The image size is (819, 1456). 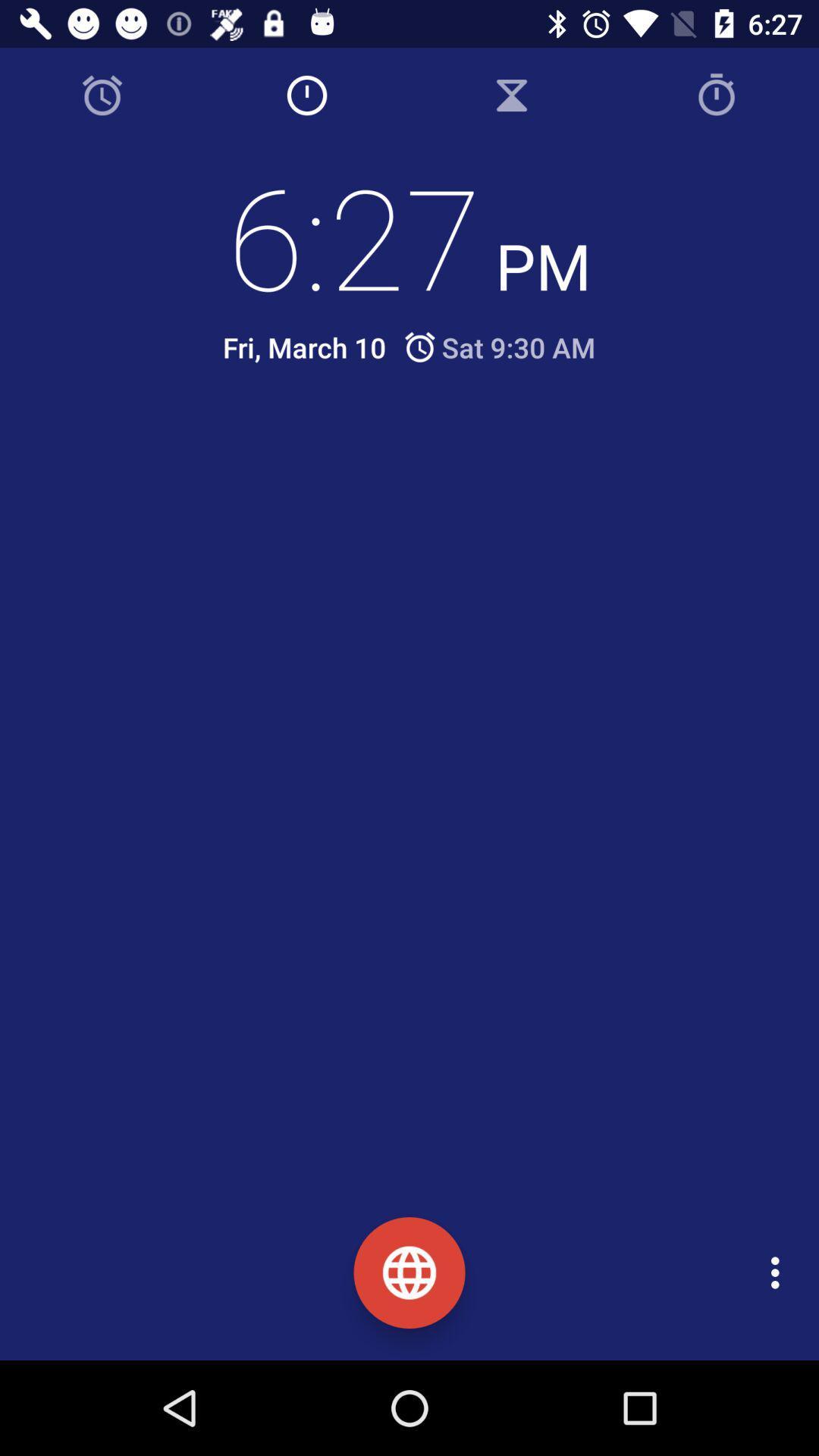 I want to click on the more icon, so click(x=779, y=1272).